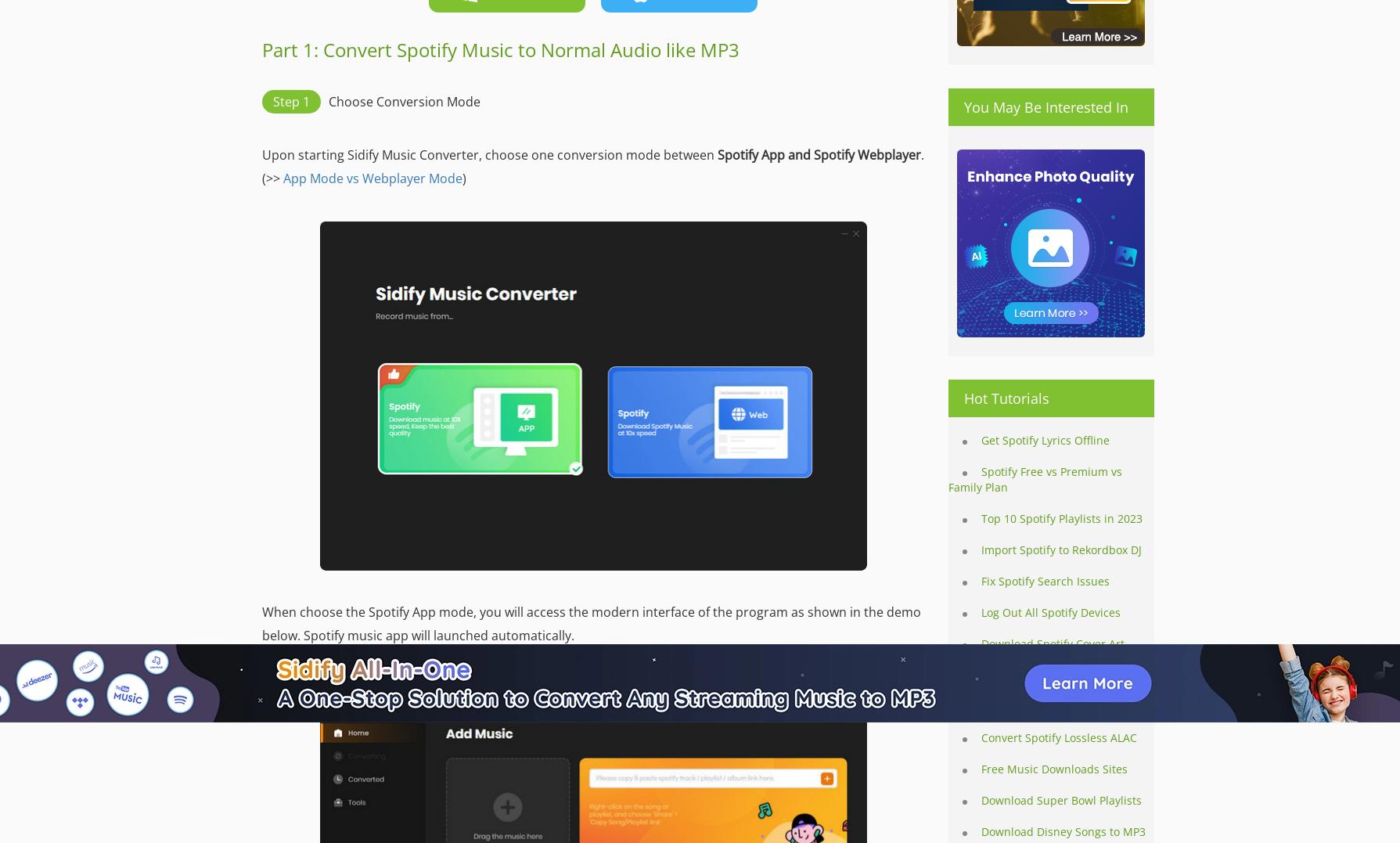  I want to click on 'Spotify Free vs Premium vs Family Plan', so click(1035, 478).